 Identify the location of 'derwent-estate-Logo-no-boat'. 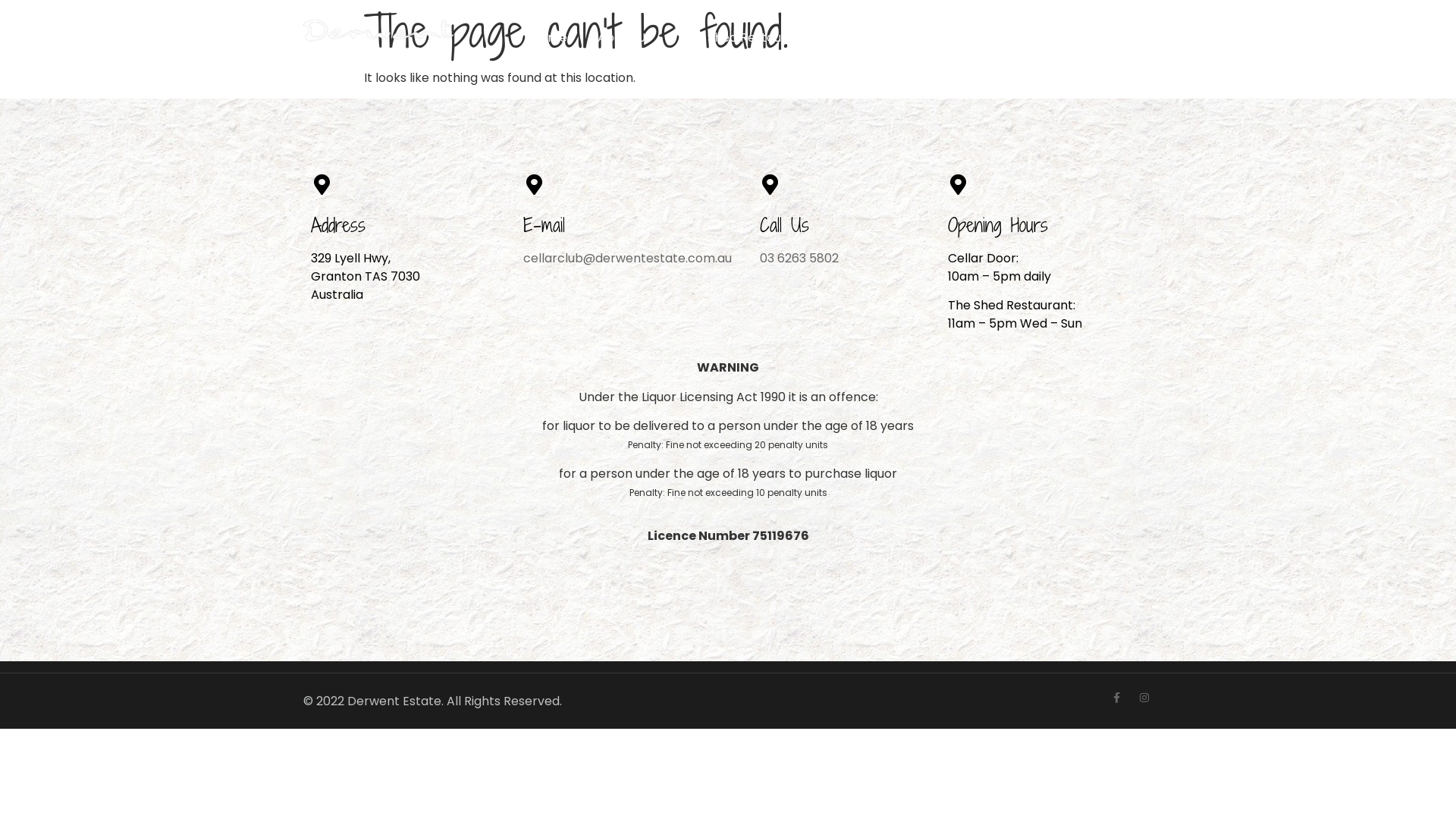
(379, 37).